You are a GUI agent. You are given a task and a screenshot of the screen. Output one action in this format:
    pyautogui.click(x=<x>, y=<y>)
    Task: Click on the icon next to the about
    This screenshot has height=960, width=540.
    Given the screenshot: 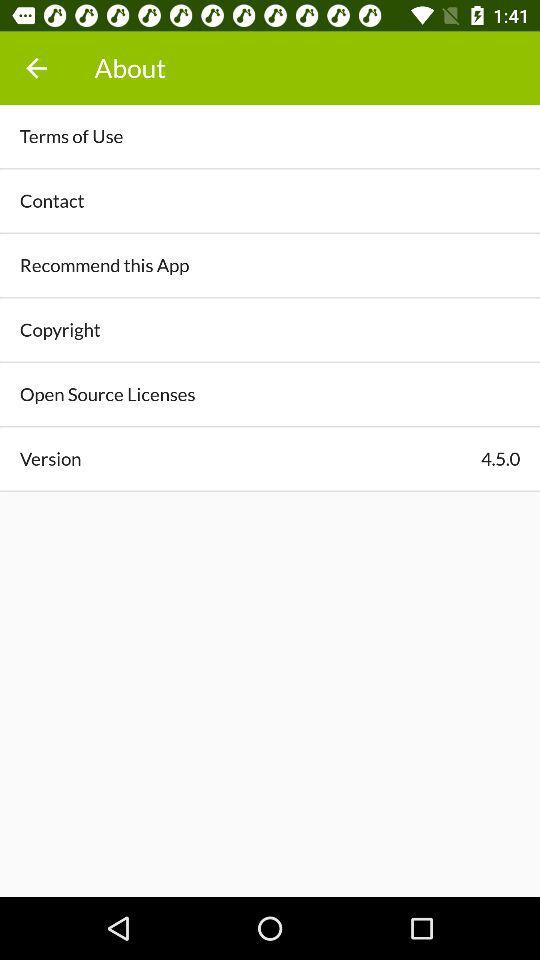 What is the action you would take?
    pyautogui.click(x=36, y=68)
    